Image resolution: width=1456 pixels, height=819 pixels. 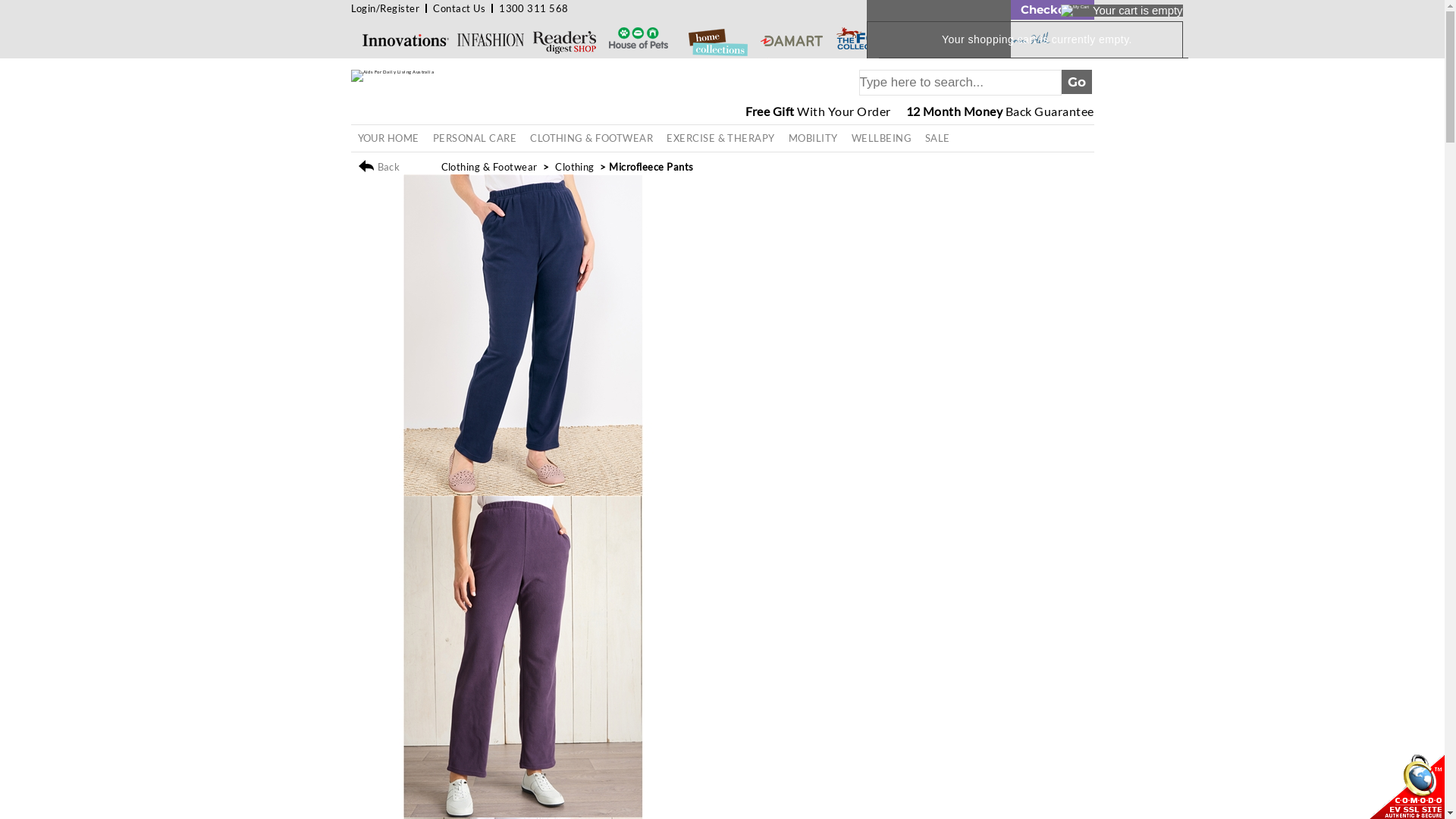 I want to click on 'Contact Us', so click(x=432, y=8).